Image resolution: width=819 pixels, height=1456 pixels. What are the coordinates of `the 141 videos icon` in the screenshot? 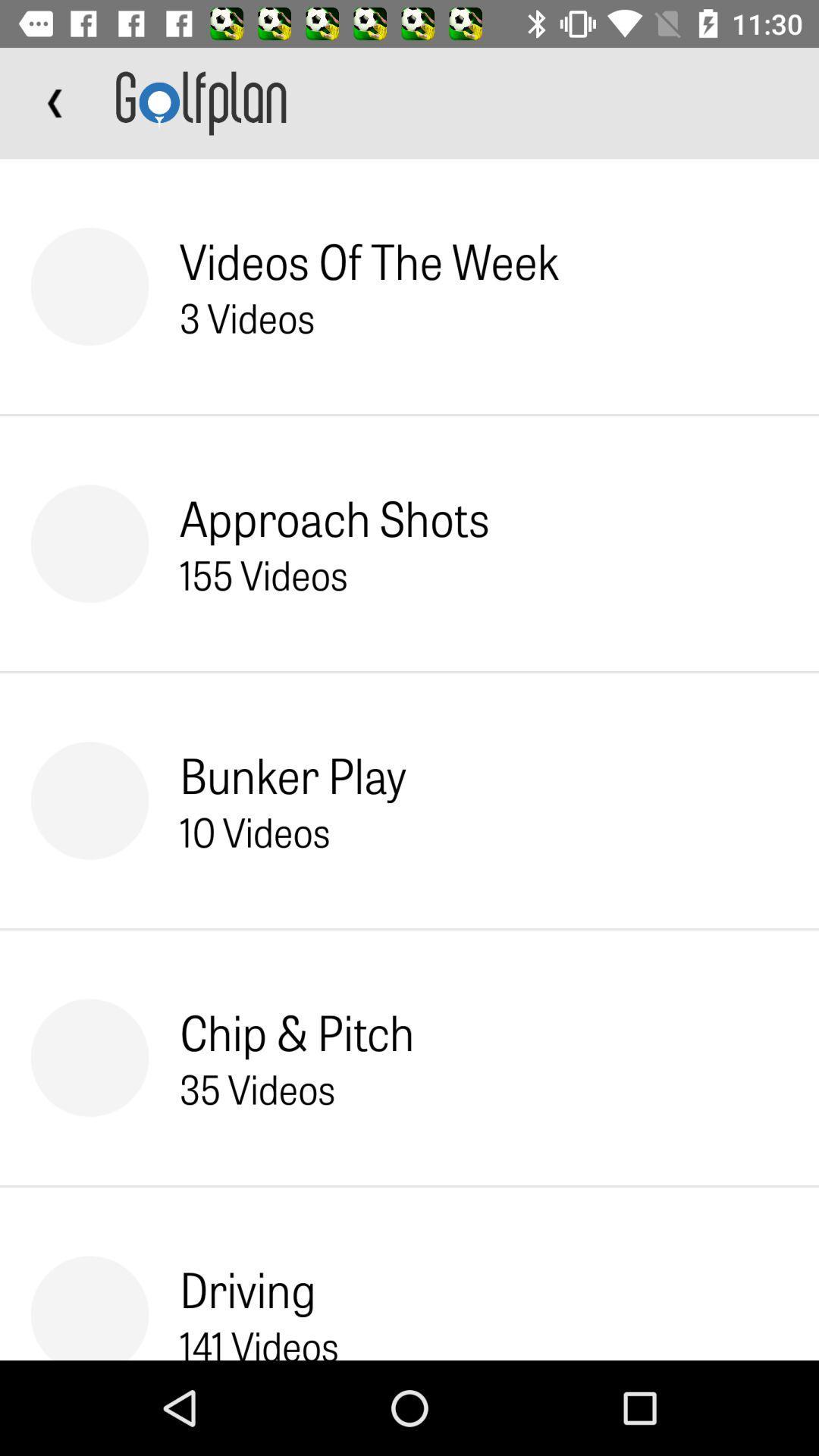 It's located at (259, 1340).